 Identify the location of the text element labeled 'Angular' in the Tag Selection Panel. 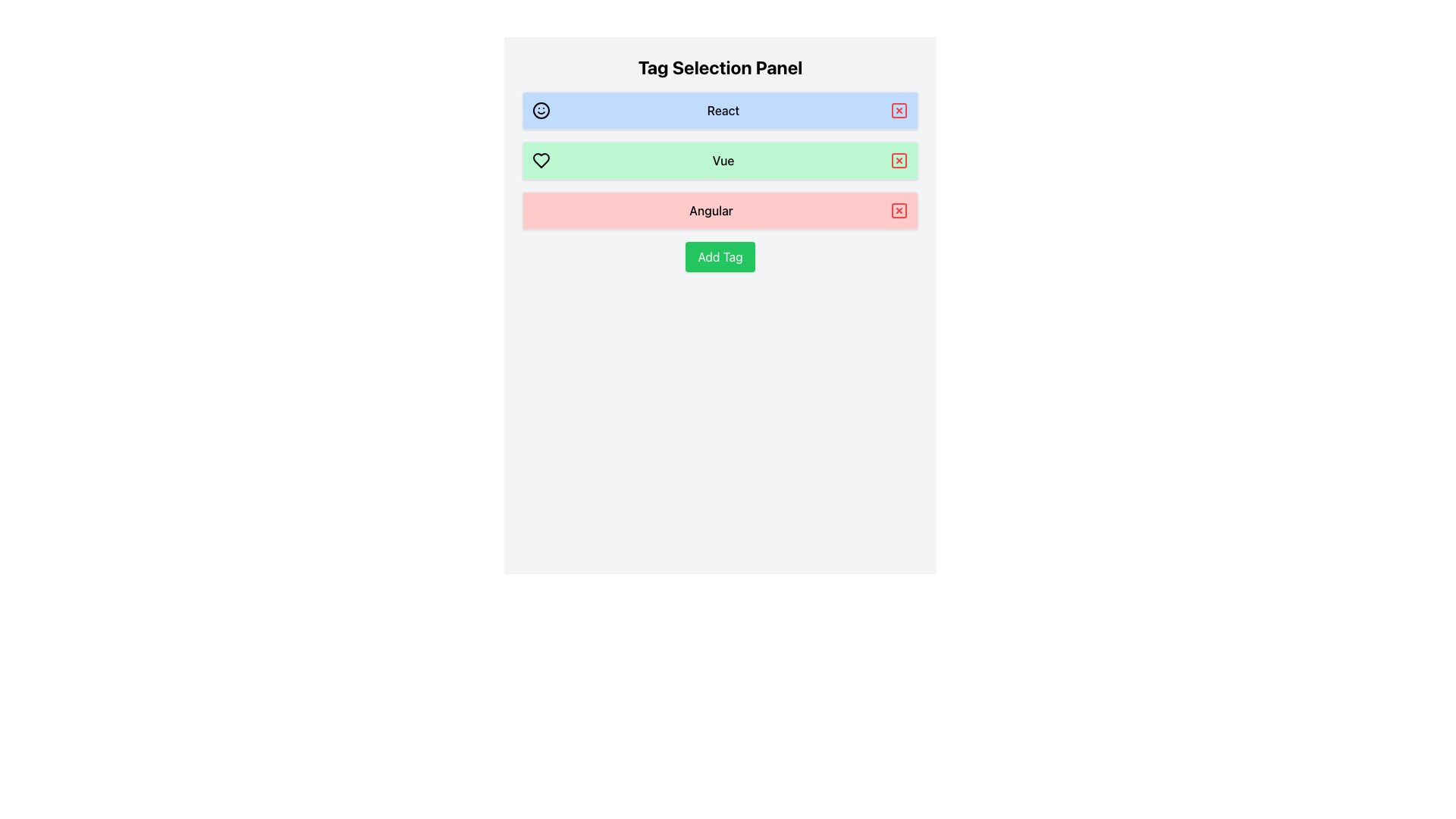
(710, 210).